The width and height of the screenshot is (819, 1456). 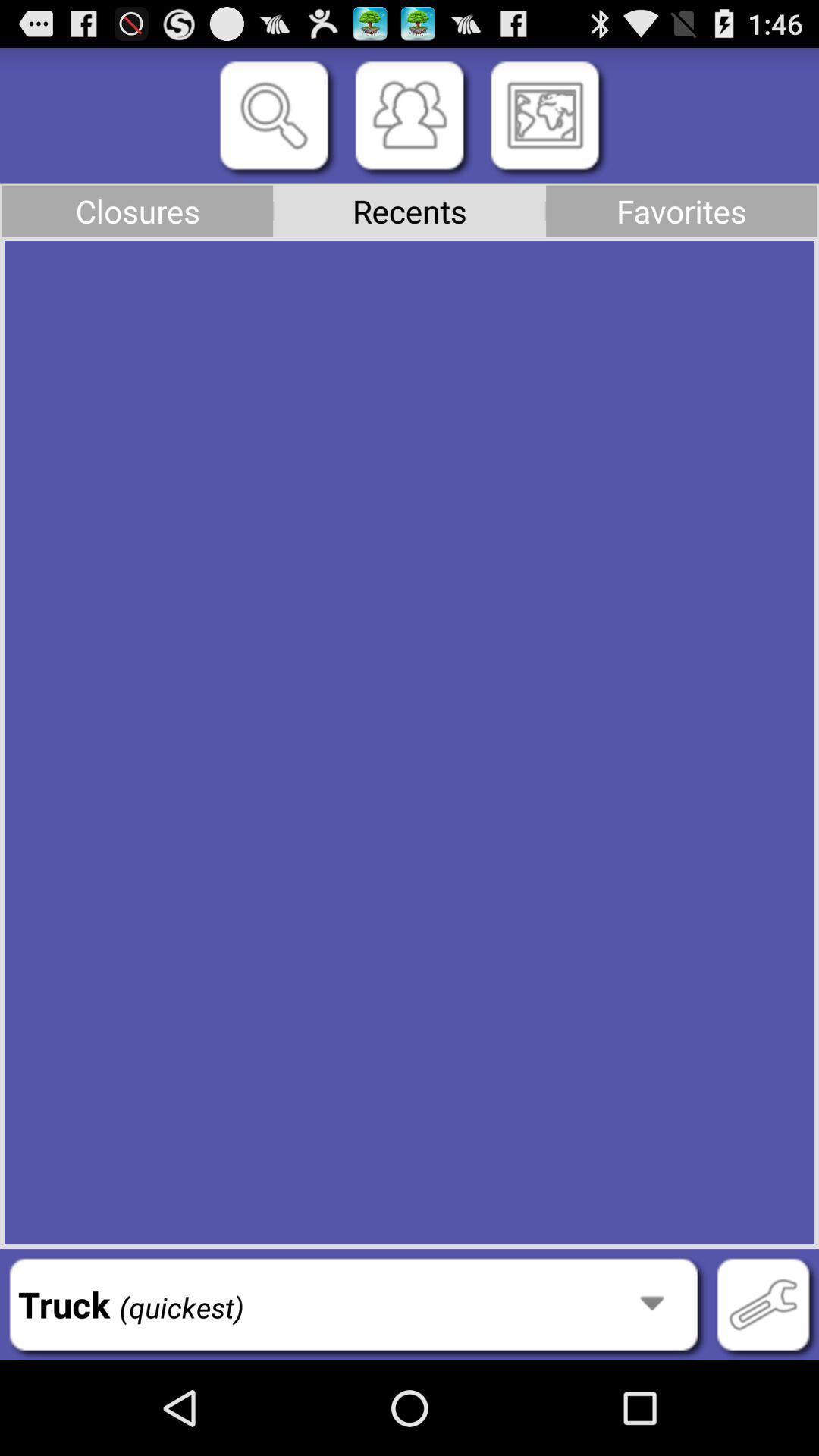 What do you see at coordinates (763, 1304) in the screenshot?
I see `button to the right of truck (quickest) icon` at bounding box center [763, 1304].